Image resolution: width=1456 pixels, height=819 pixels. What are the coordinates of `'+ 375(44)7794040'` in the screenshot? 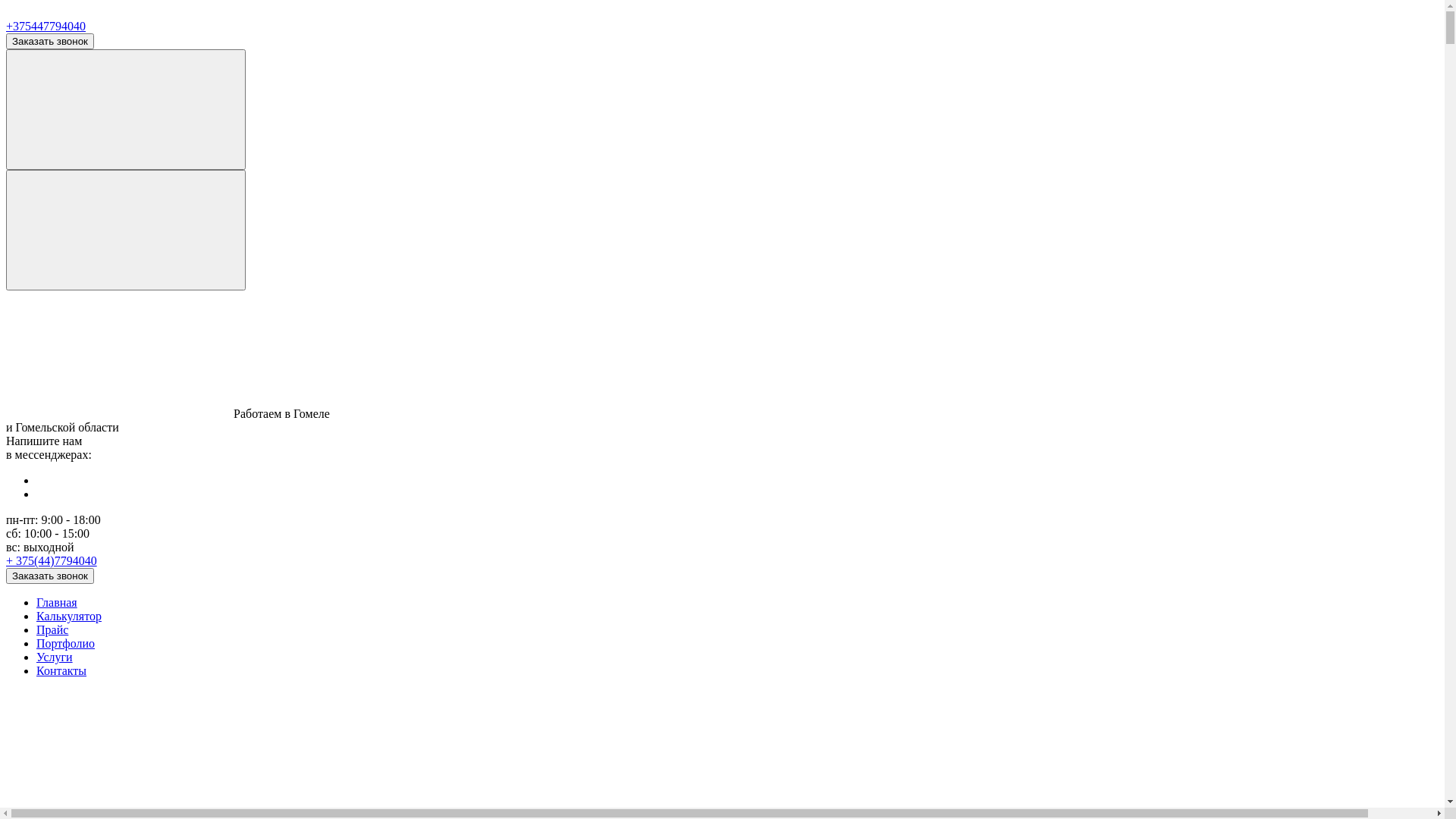 It's located at (51, 560).